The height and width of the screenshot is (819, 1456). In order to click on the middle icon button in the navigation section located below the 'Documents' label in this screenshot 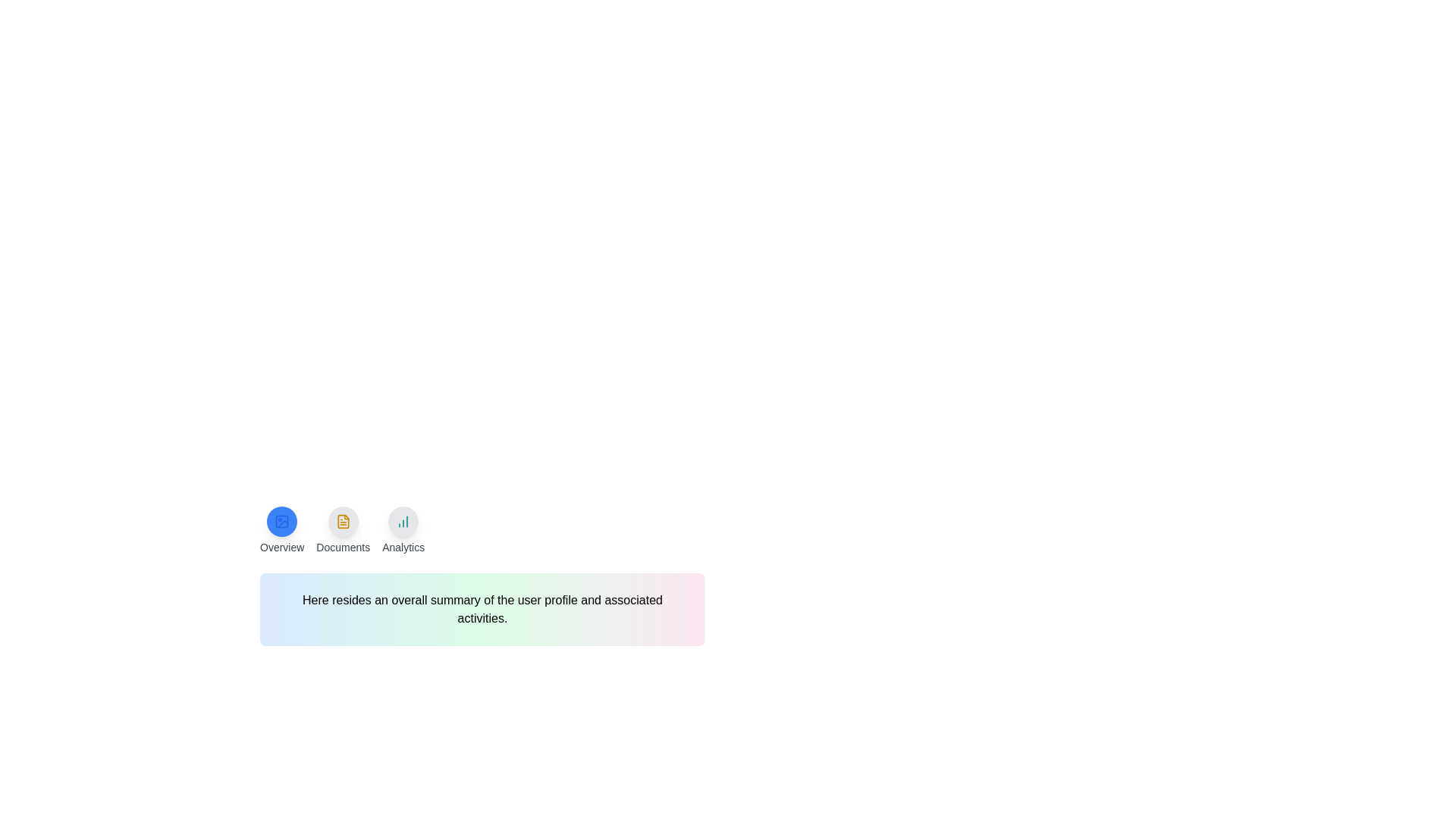, I will do `click(342, 520)`.